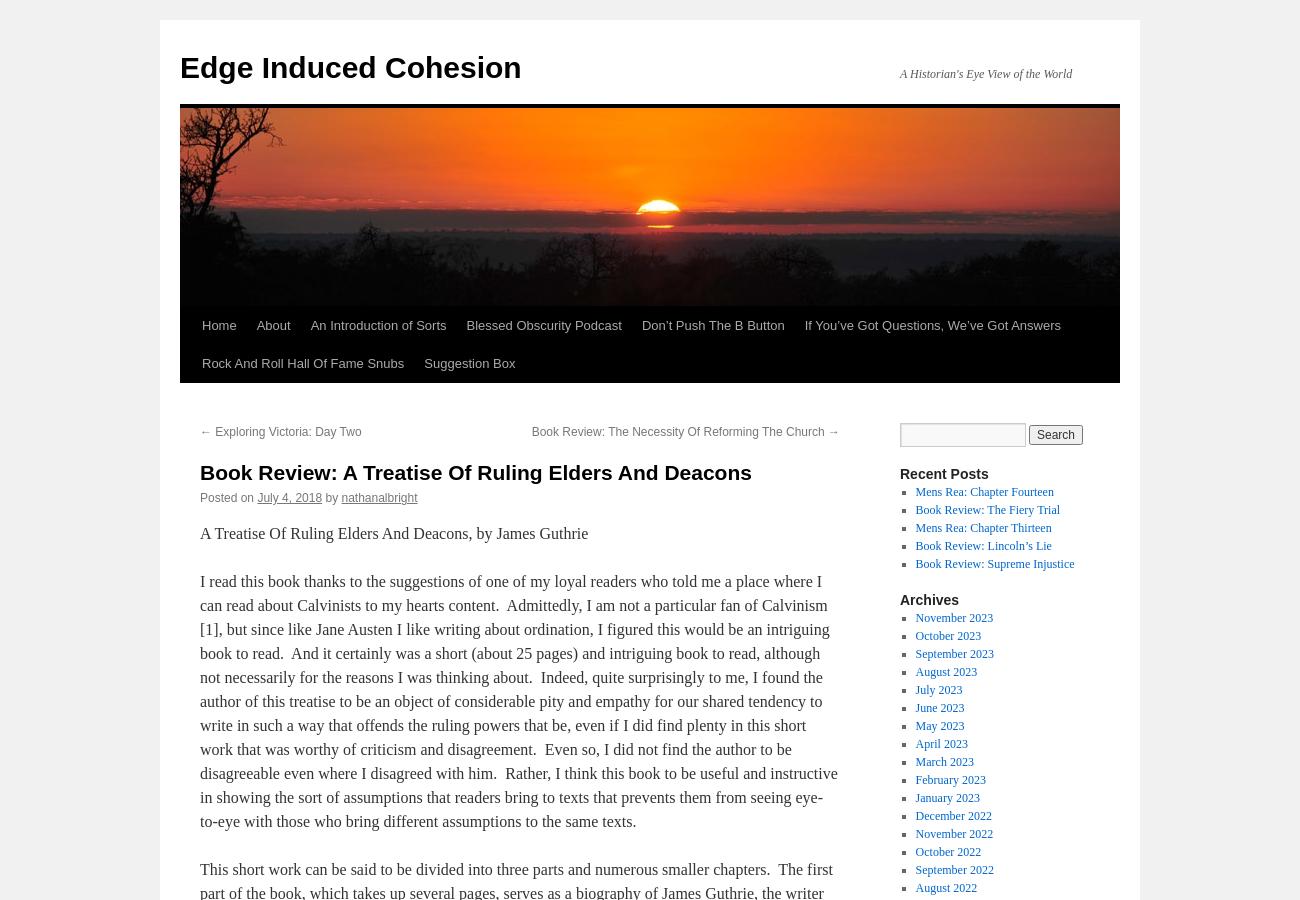  I want to click on 'Book Review:  The Fiery Trial', so click(986, 509).